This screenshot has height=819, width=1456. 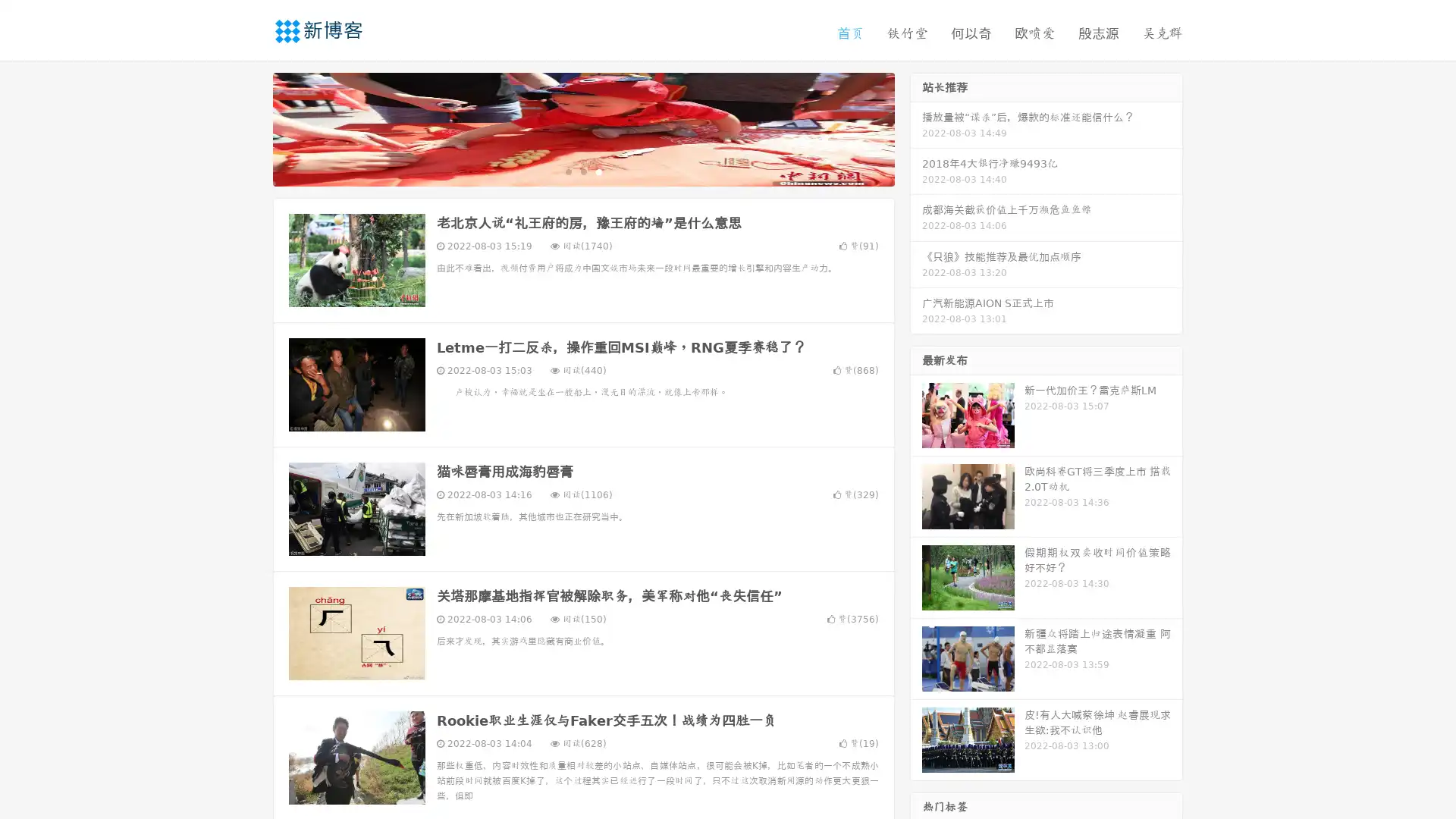 What do you see at coordinates (916, 127) in the screenshot?
I see `Next slide` at bounding box center [916, 127].